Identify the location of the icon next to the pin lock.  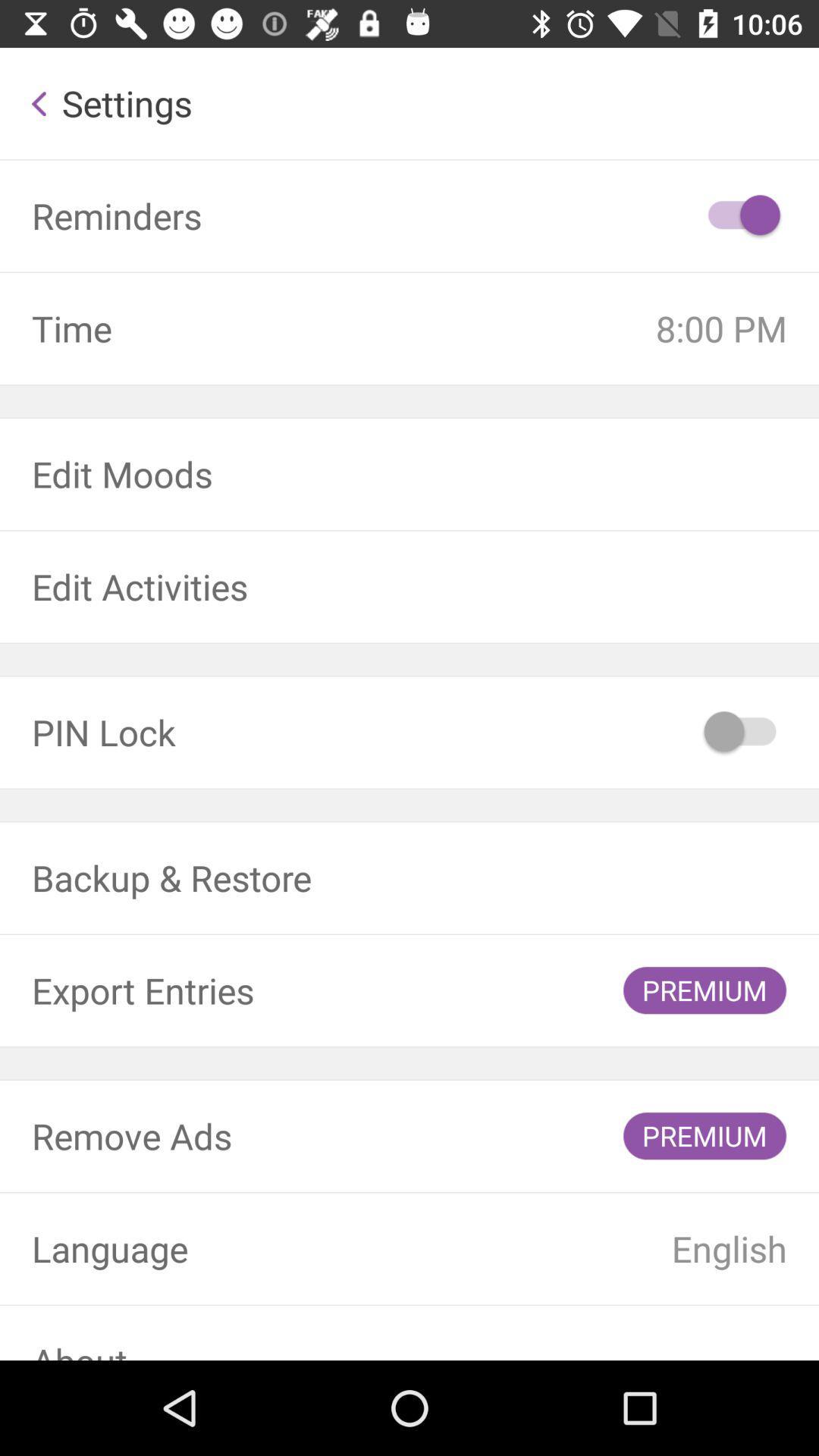
(741, 732).